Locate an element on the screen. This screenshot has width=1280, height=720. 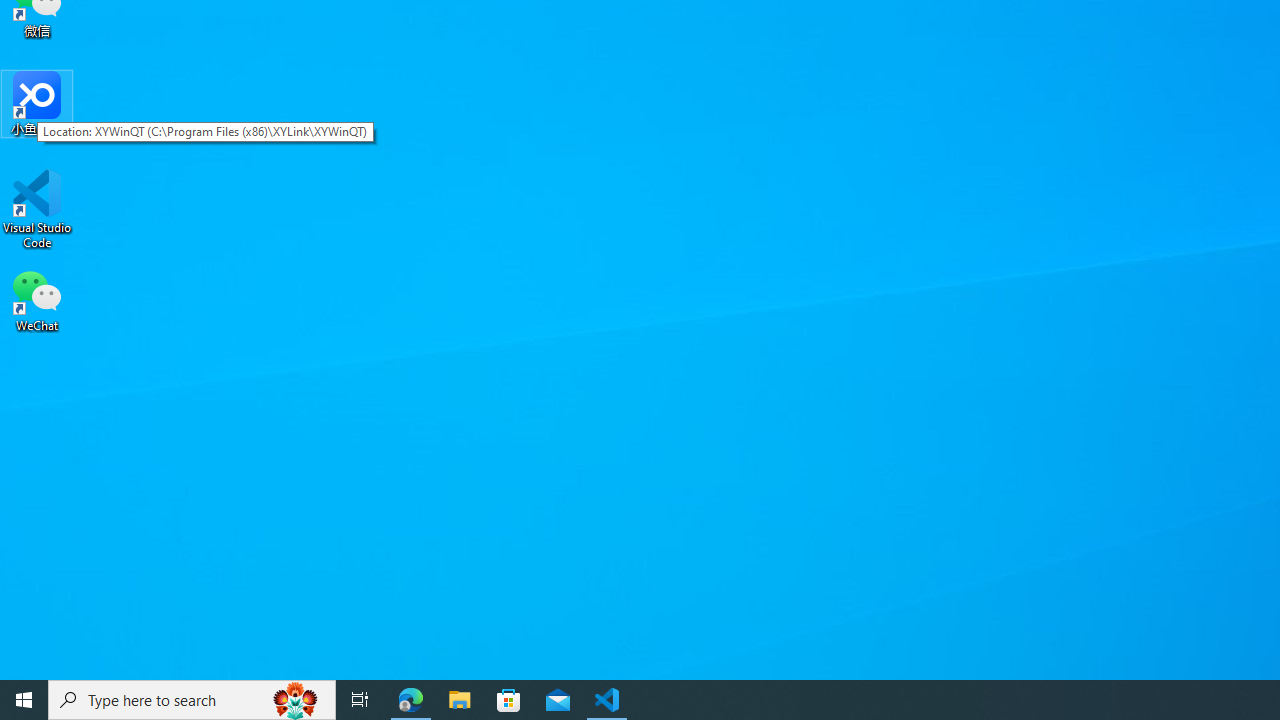
'Task View' is located at coordinates (359, 698).